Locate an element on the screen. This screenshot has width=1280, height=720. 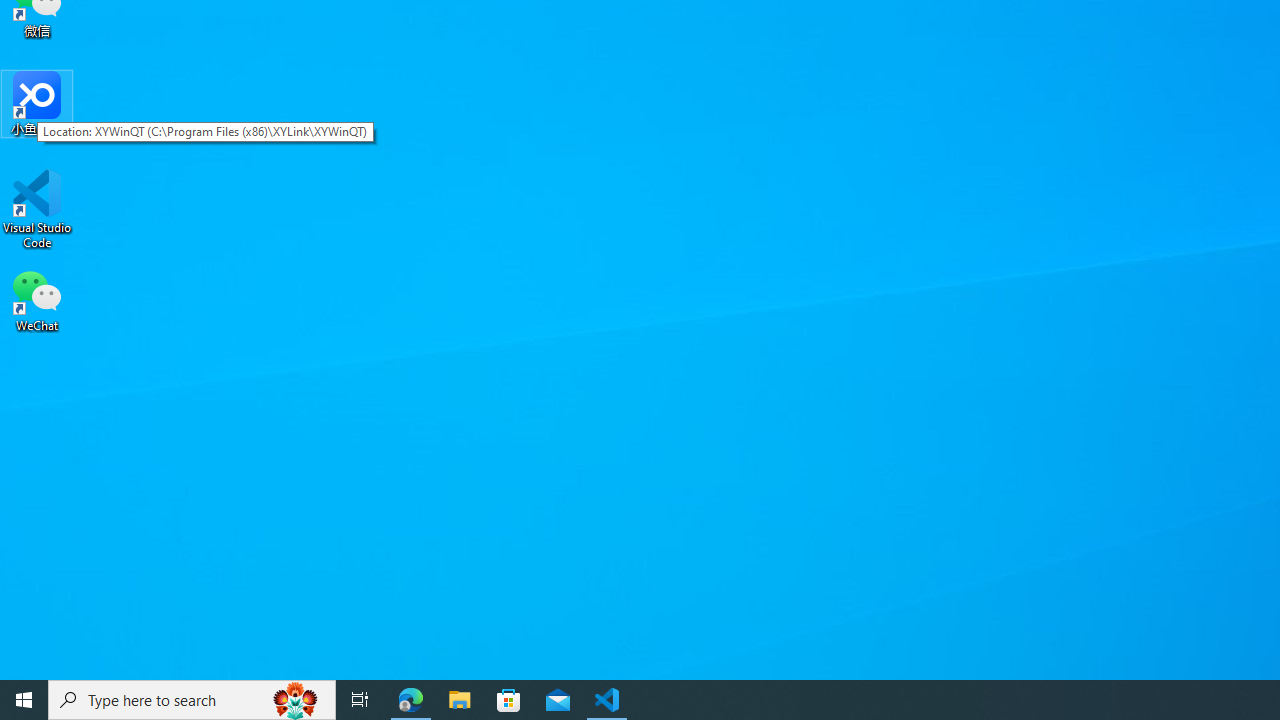
'Task View' is located at coordinates (359, 698).